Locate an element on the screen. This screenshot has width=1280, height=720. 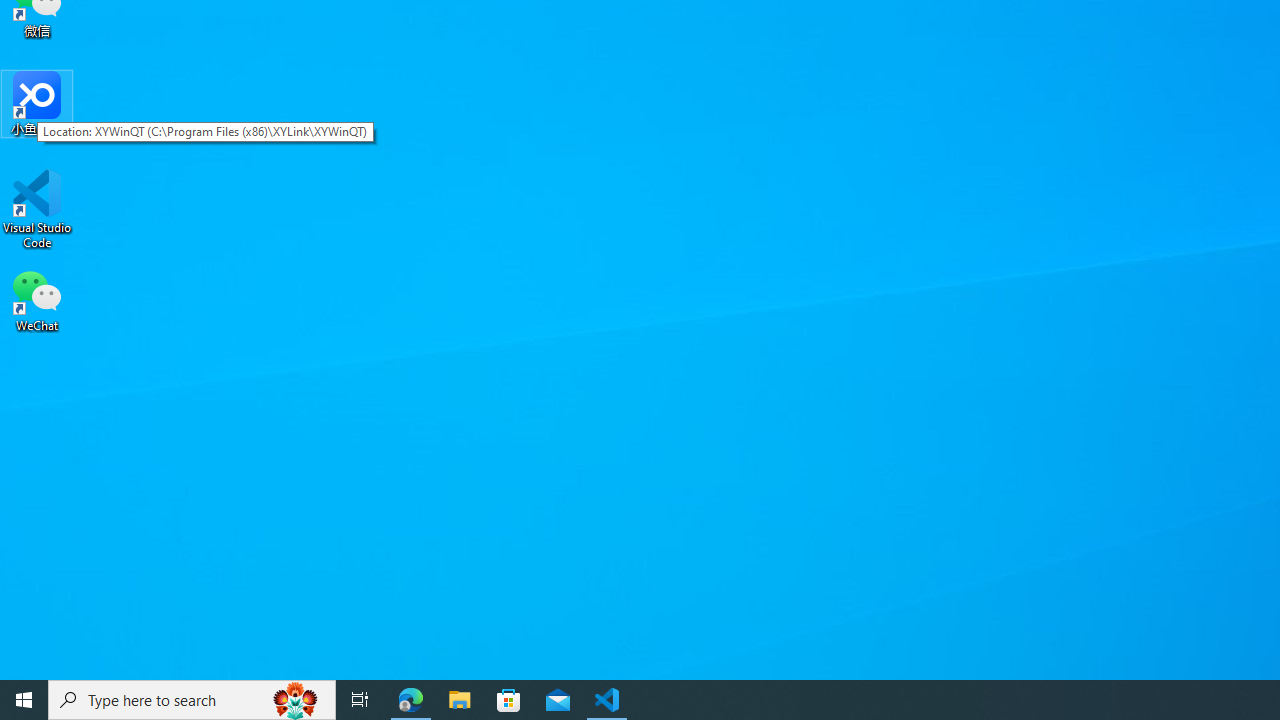
'Task View' is located at coordinates (359, 698).